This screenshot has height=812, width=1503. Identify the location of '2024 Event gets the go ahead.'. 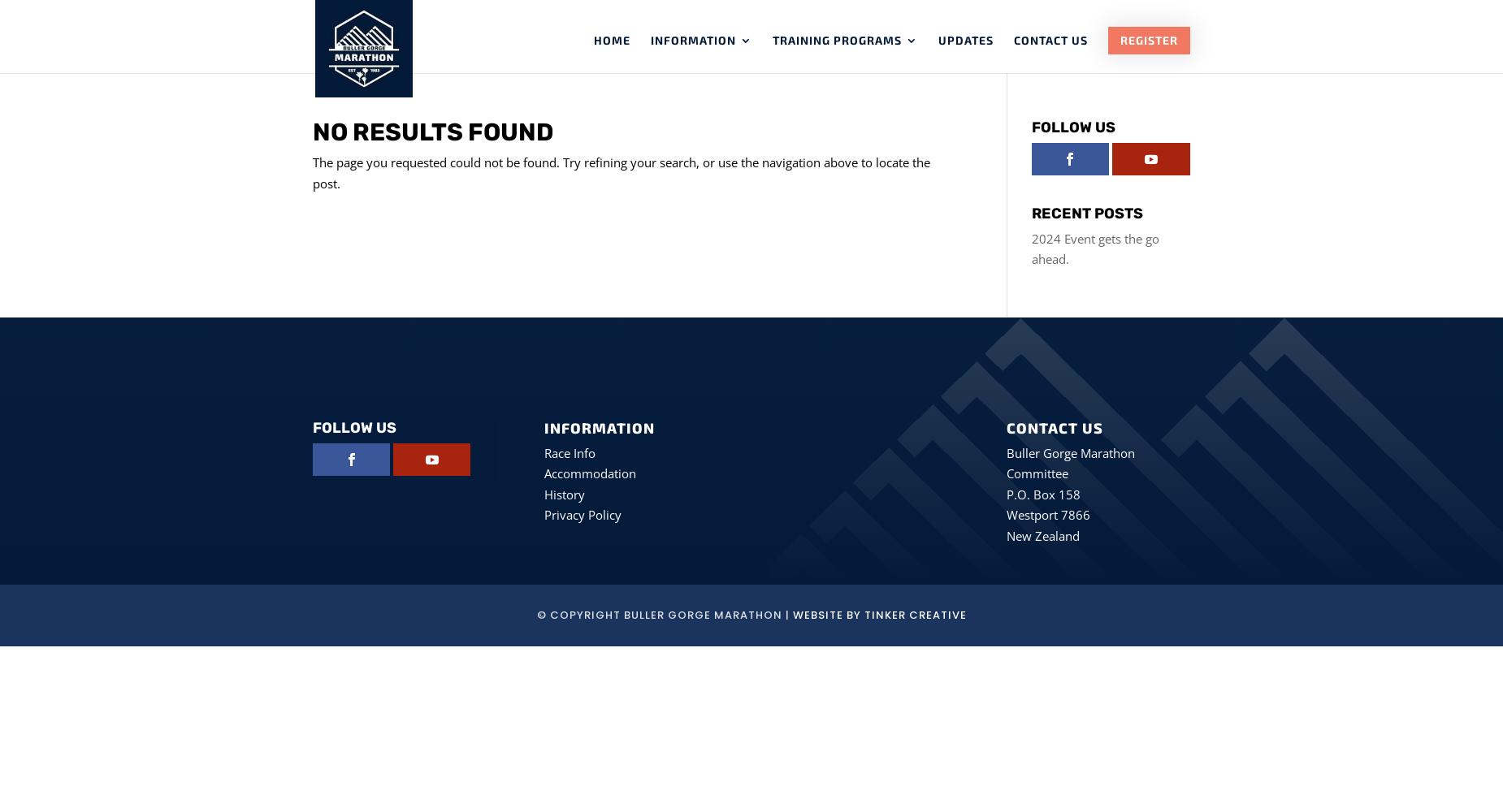
(1094, 248).